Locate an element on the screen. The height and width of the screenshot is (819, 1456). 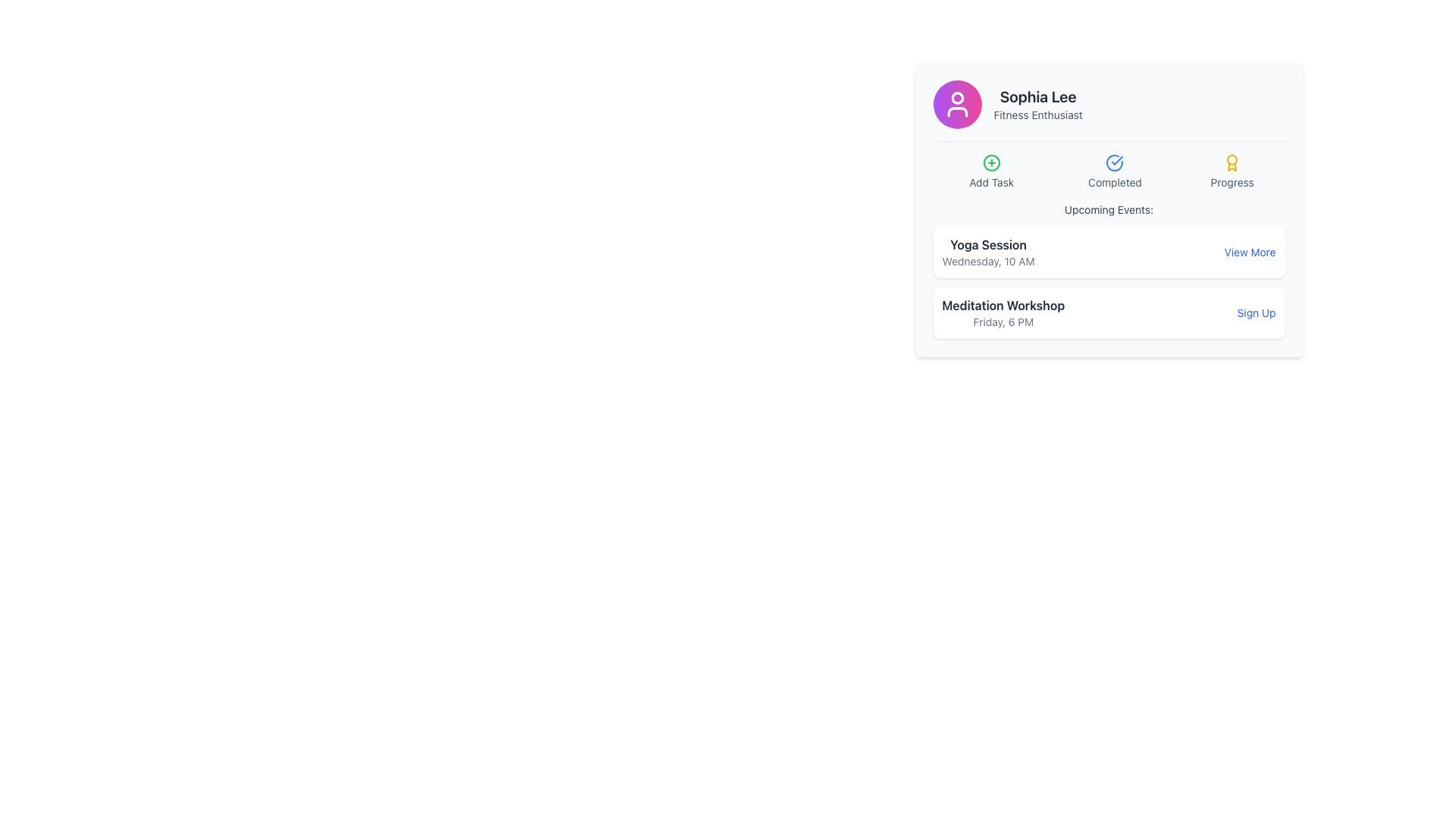
the progress icon located in the upper-right area of the Profile Card interface, which signifies achievements and engagement metrics is located at coordinates (1232, 167).